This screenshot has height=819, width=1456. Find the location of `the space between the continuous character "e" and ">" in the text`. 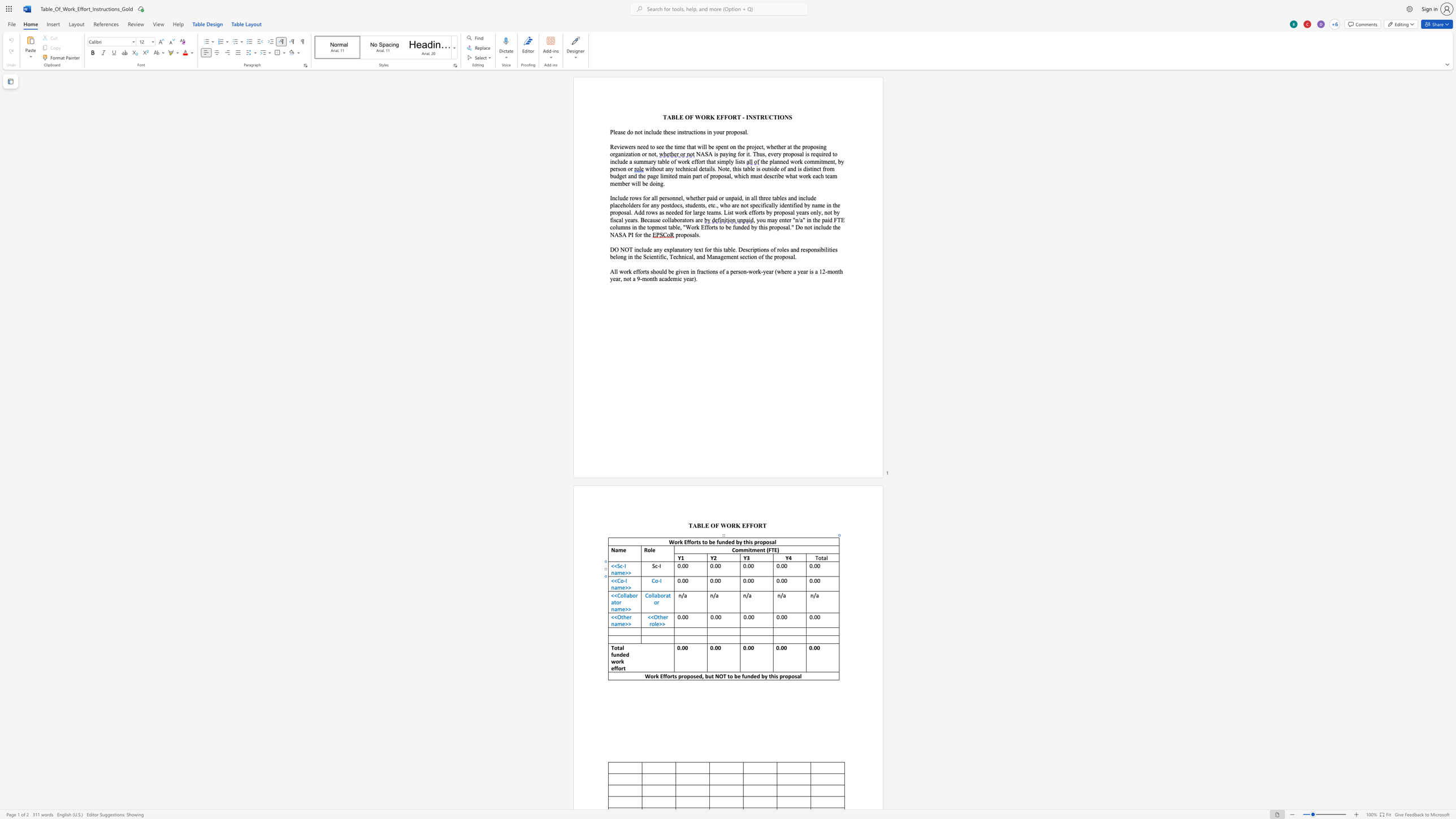

the space between the continuous character "e" and ">" in the text is located at coordinates (625, 587).